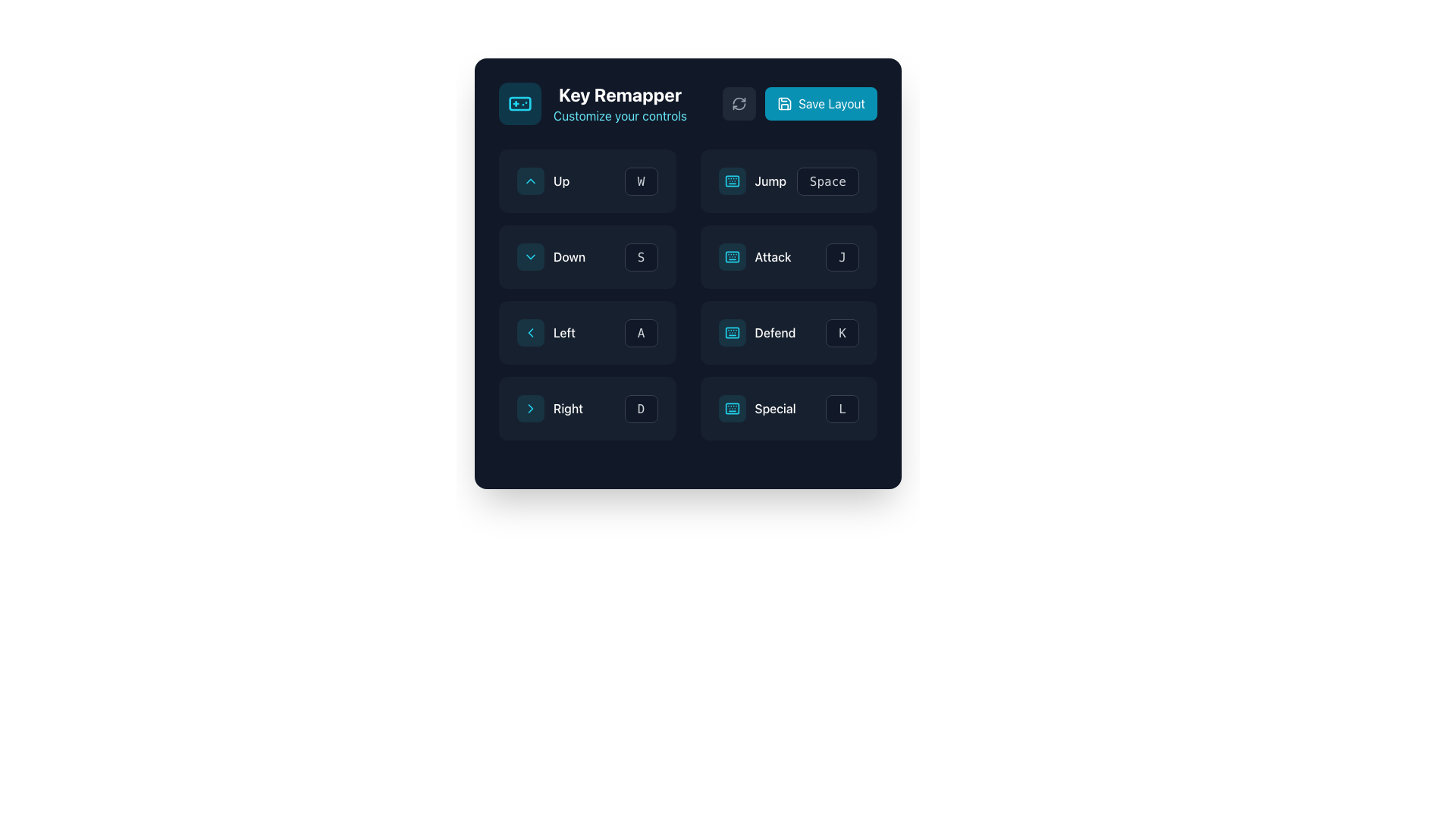  What do you see at coordinates (799, 103) in the screenshot?
I see `the save button located in the top-right section of the interface, adjacent to the refresh button, using keyboard navigation to perform the save operation` at bounding box center [799, 103].